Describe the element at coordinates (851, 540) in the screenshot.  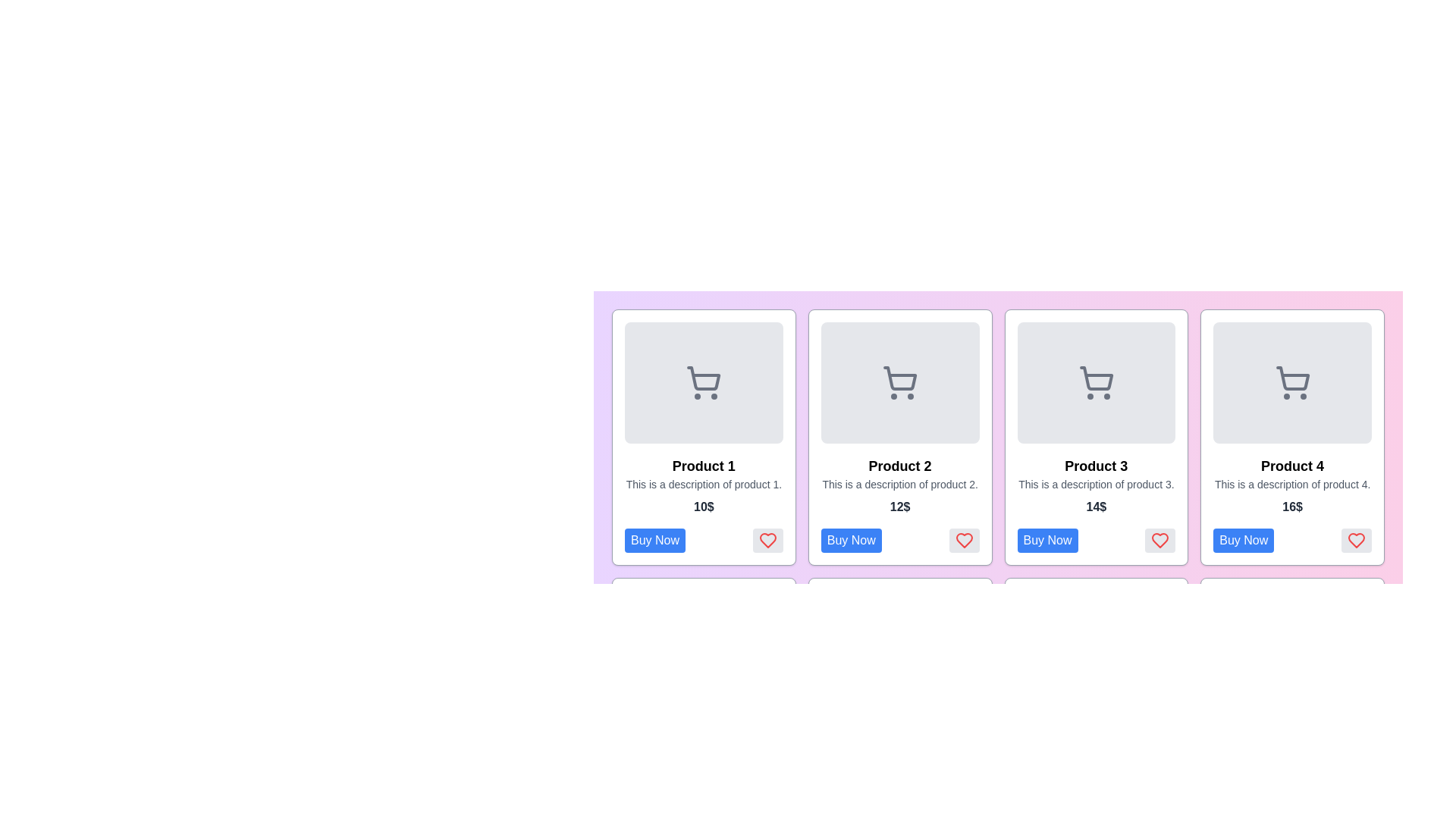
I see `the purchase button for 'Product 2'` at that location.